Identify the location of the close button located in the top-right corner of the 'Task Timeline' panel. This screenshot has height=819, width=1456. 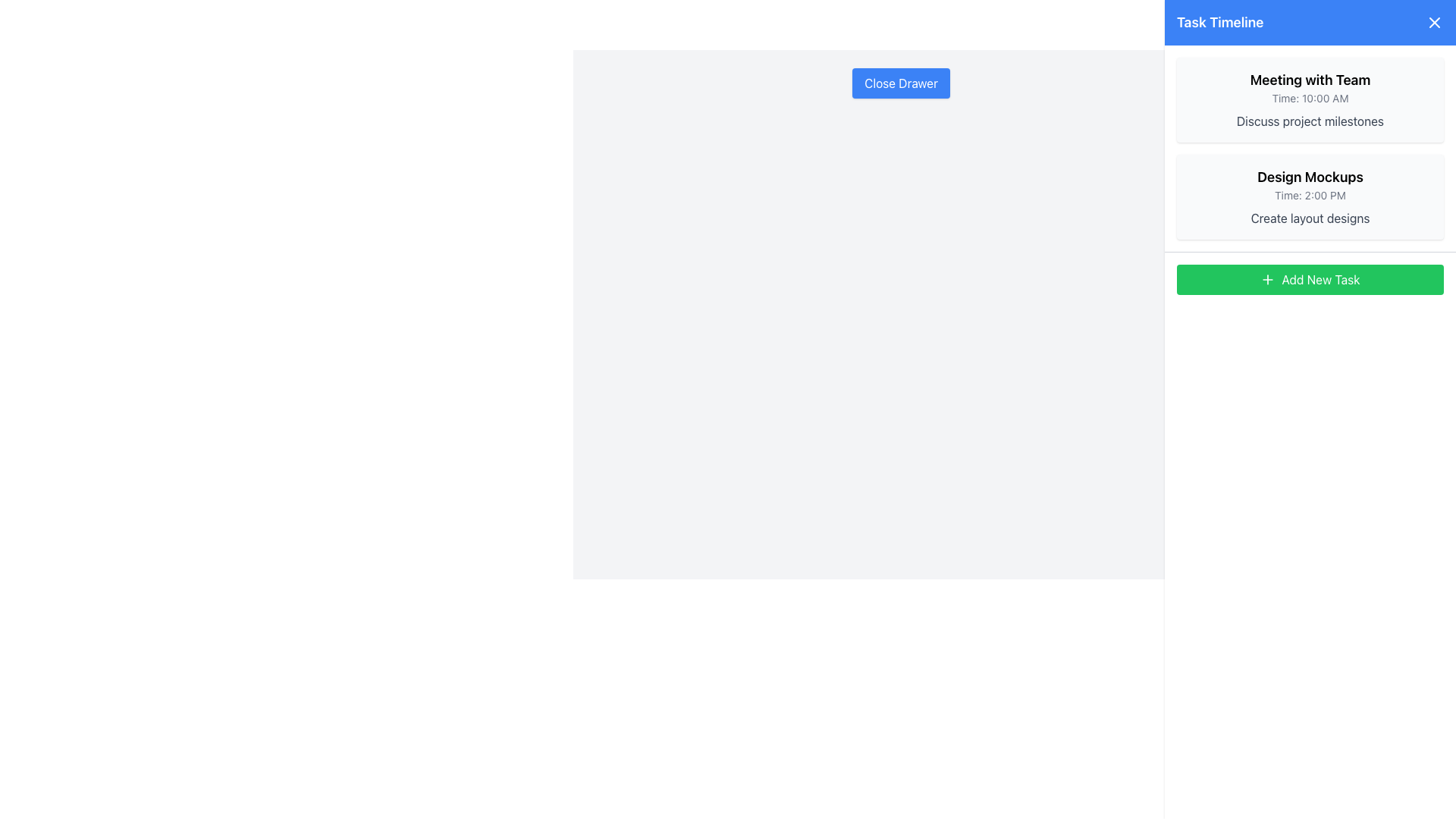
(1433, 23).